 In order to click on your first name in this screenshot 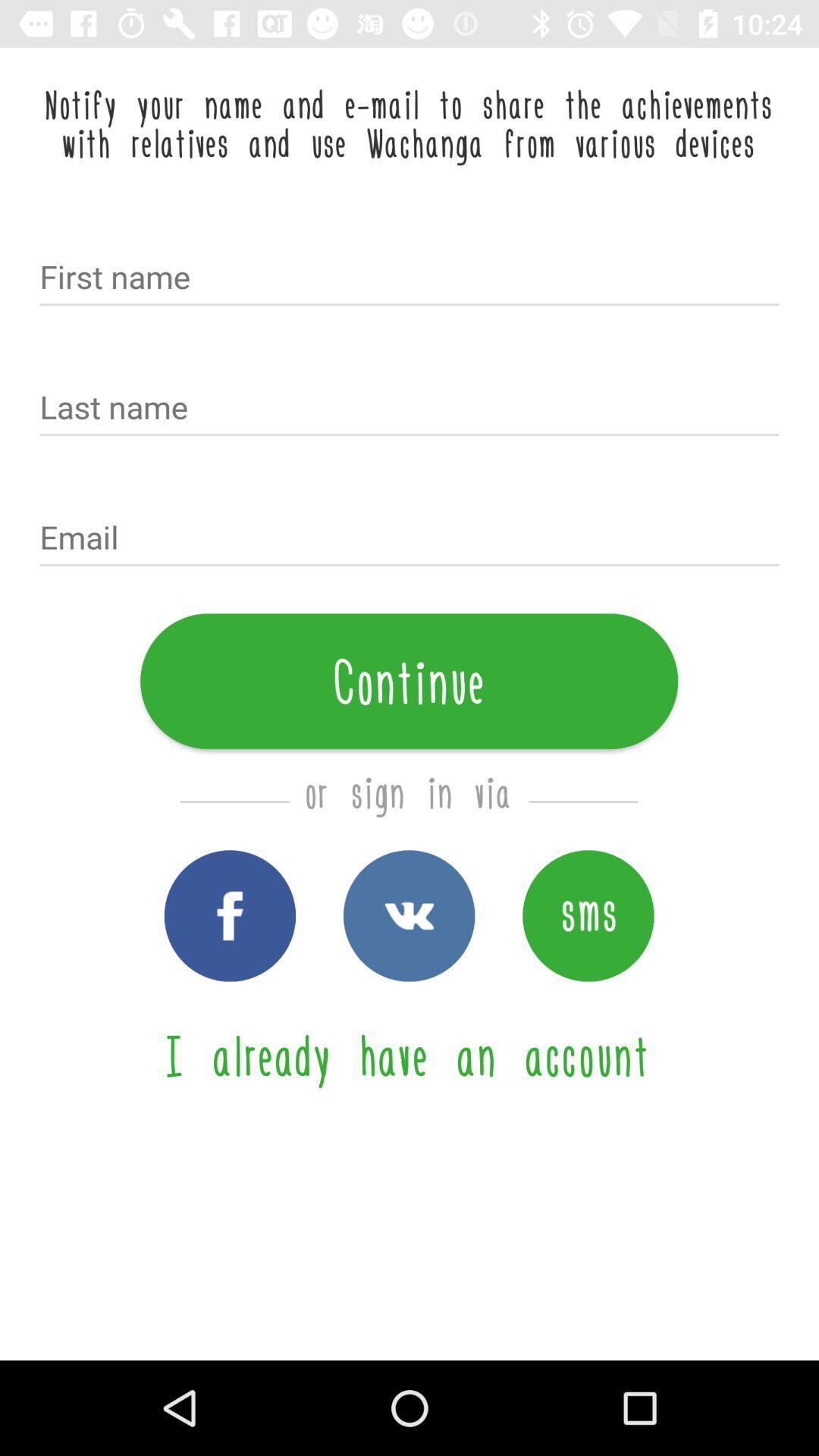, I will do `click(409, 278)`.